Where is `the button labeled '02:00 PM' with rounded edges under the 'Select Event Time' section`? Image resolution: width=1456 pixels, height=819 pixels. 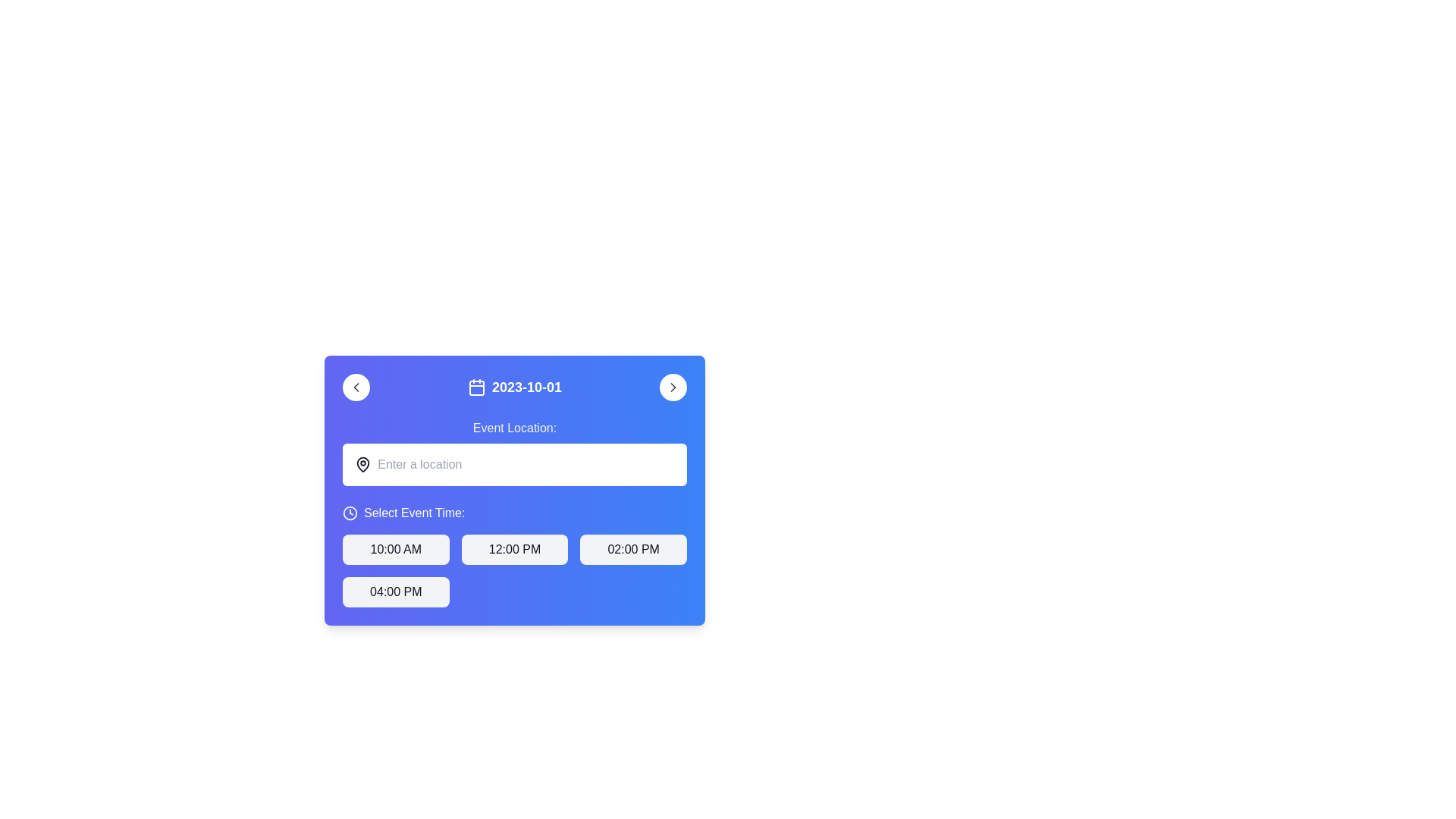 the button labeled '02:00 PM' with rounded edges under the 'Select Event Time' section is located at coordinates (633, 550).